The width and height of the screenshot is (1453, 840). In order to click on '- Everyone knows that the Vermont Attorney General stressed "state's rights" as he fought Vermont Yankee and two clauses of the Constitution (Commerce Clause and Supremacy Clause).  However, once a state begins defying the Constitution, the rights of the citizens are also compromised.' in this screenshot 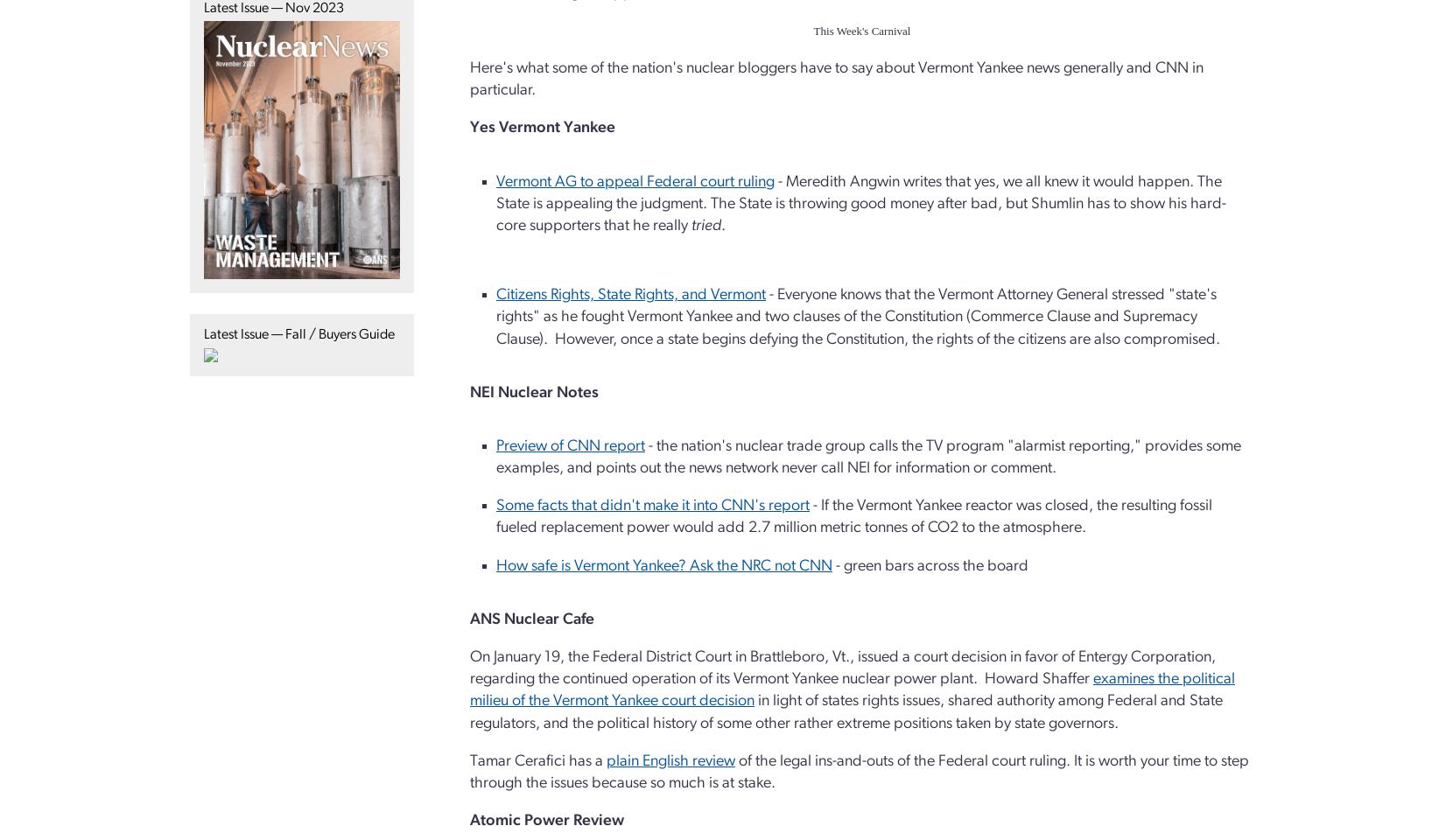, I will do `click(858, 316)`.